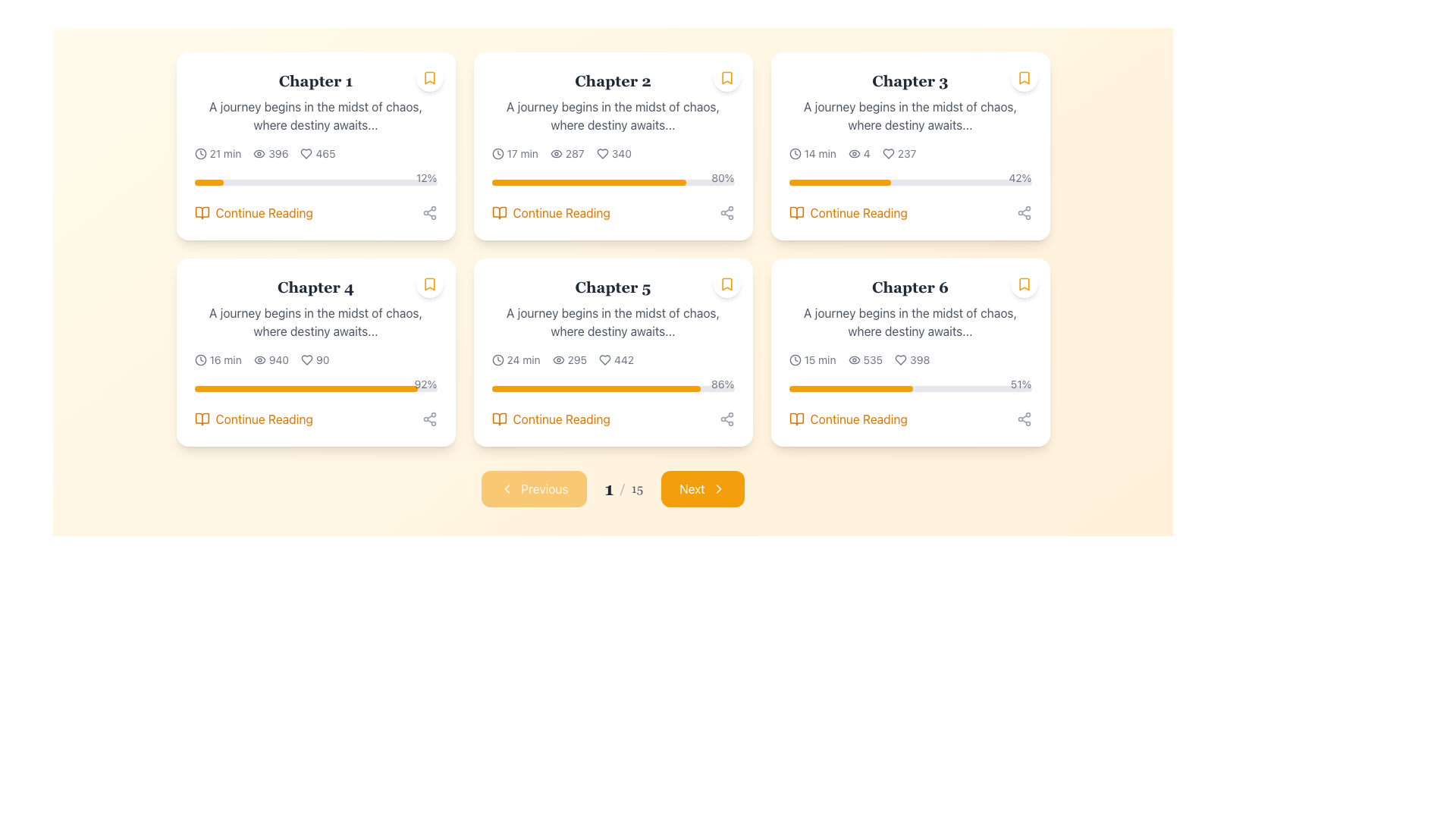 This screenshot has width=1456, height=819. What do you see at coordinates (315, 385) in the screenshot?
I see `the numerical percentage '92%' of the progress bar located in the 'Chapter 4' card` at bounding box center [315, 385].